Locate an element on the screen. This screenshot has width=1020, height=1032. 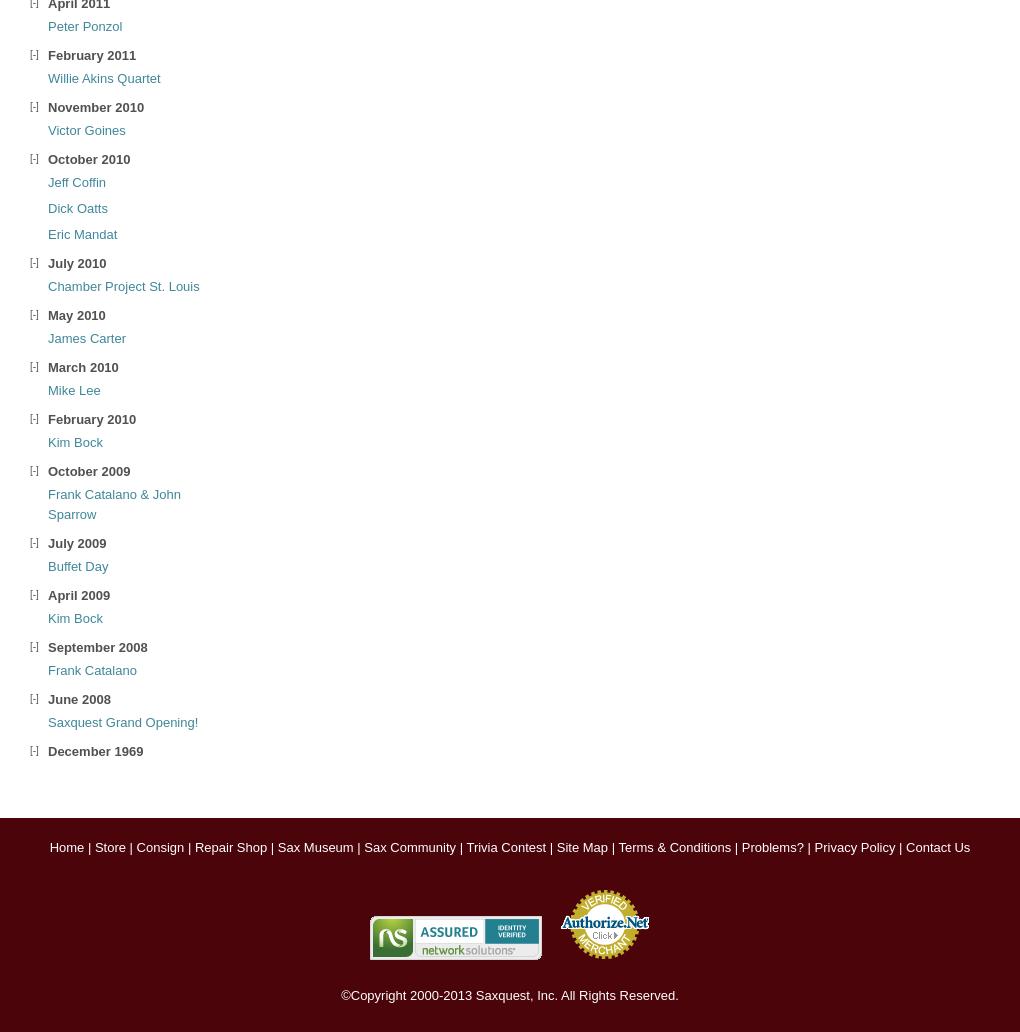
'Problems?' is located at coordinates (771, 846).